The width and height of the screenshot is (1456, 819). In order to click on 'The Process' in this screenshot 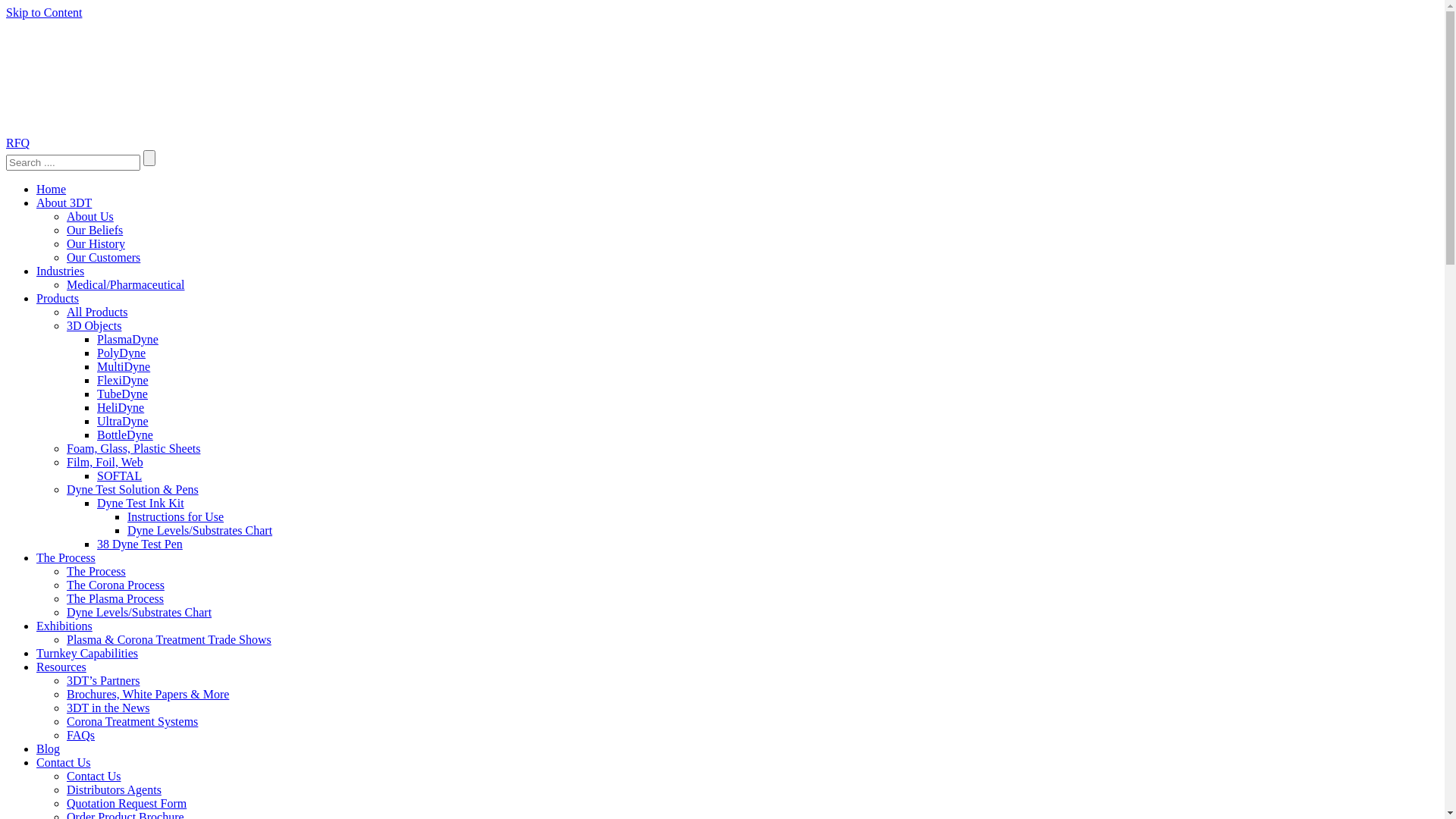, I will do `click(36, 557)`.